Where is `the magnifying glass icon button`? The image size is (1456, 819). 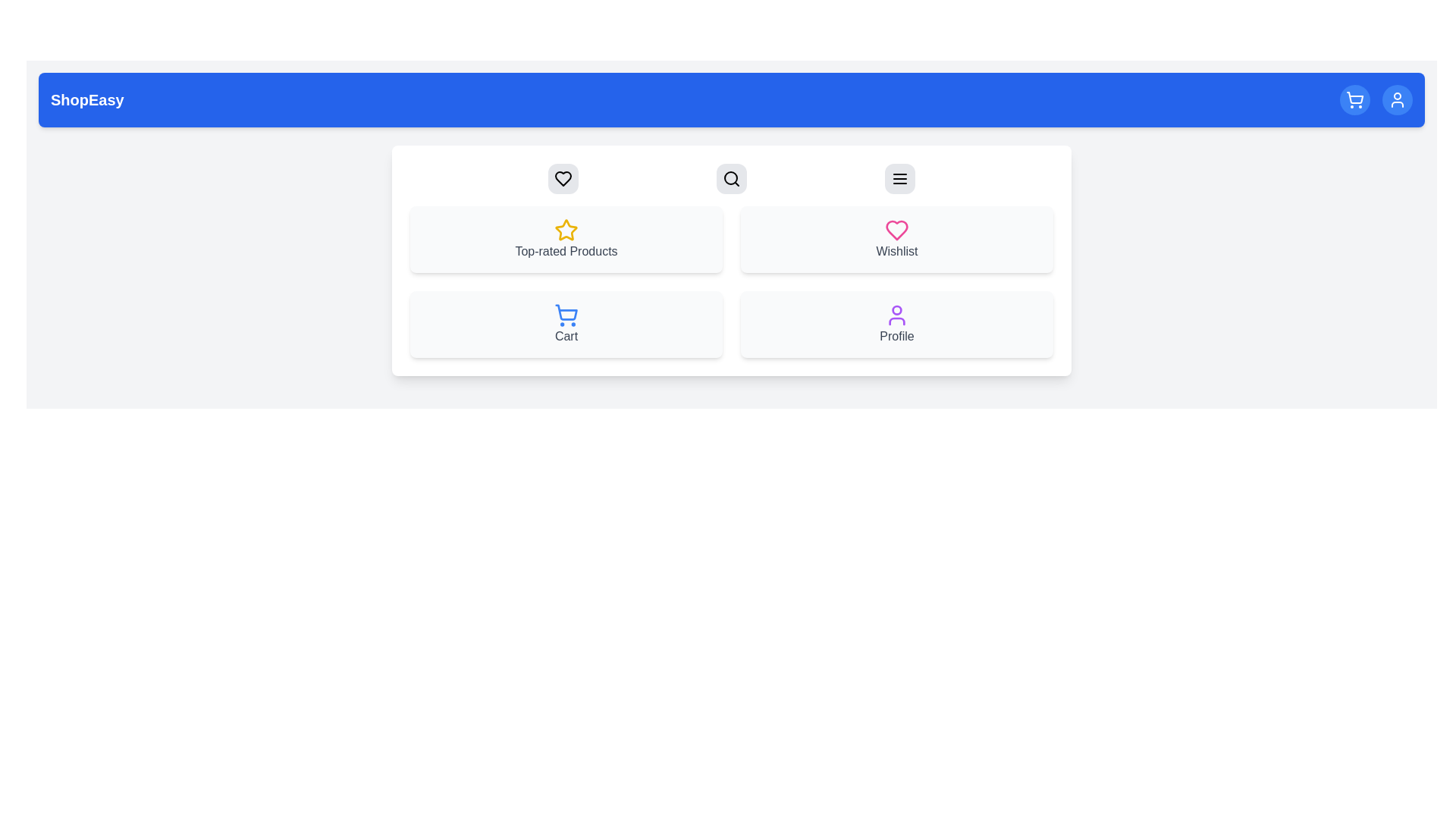
the magnifying glass icon button is located at coordinates (731, 177).